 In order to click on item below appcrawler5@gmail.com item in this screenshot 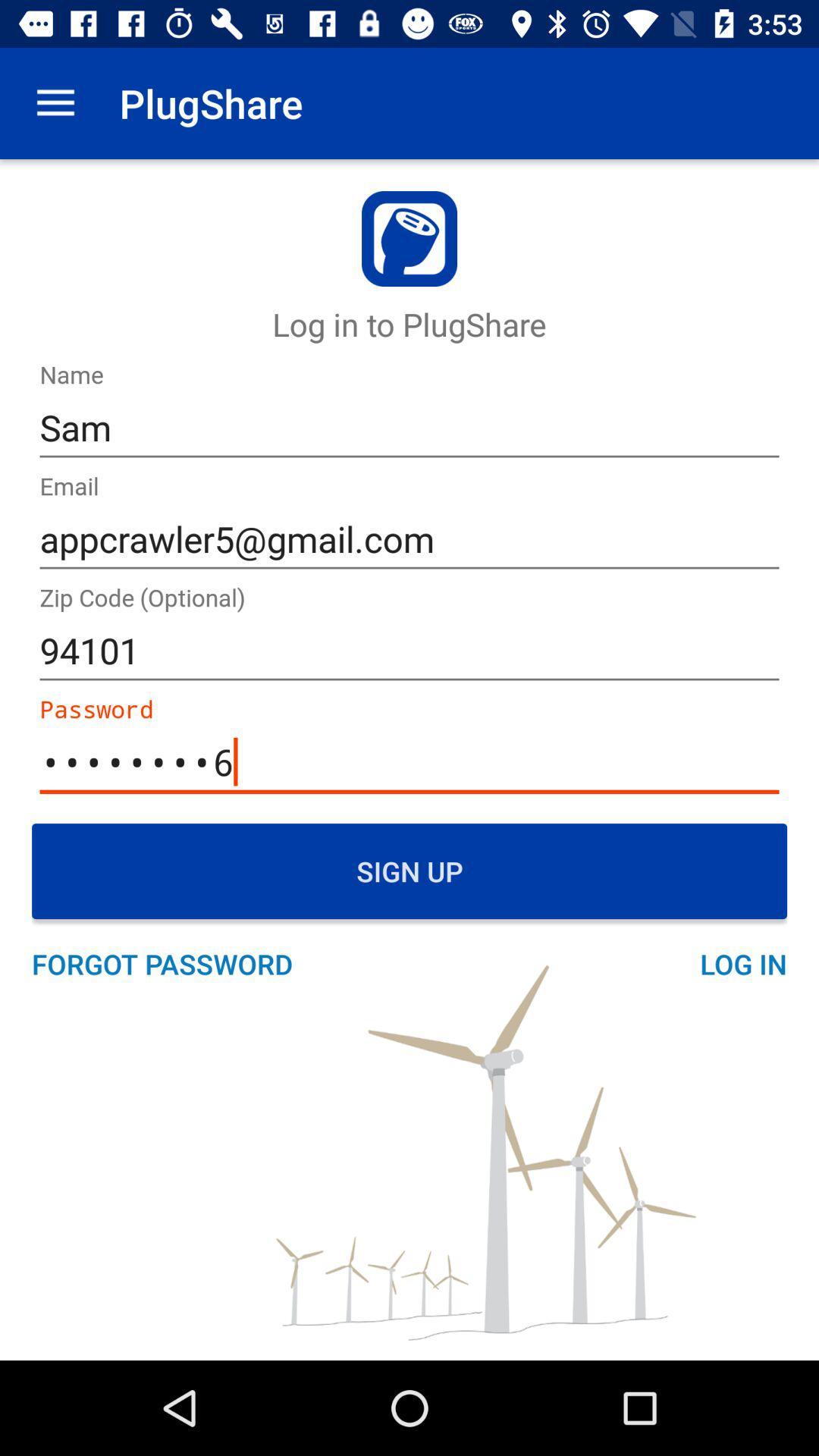, I will do `click(409, 651)`.